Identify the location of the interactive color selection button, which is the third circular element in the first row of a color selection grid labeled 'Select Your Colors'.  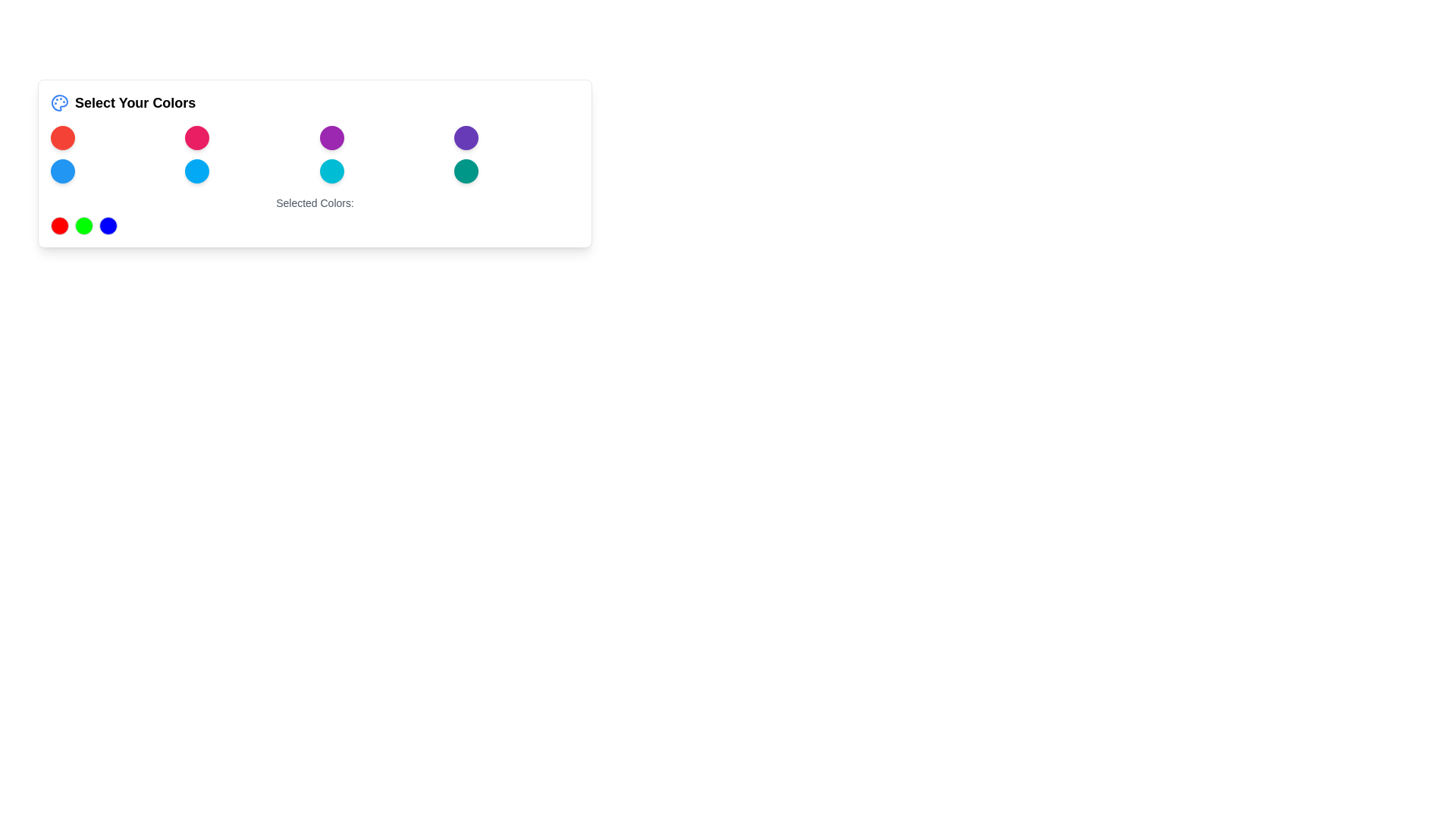
(331, 137).